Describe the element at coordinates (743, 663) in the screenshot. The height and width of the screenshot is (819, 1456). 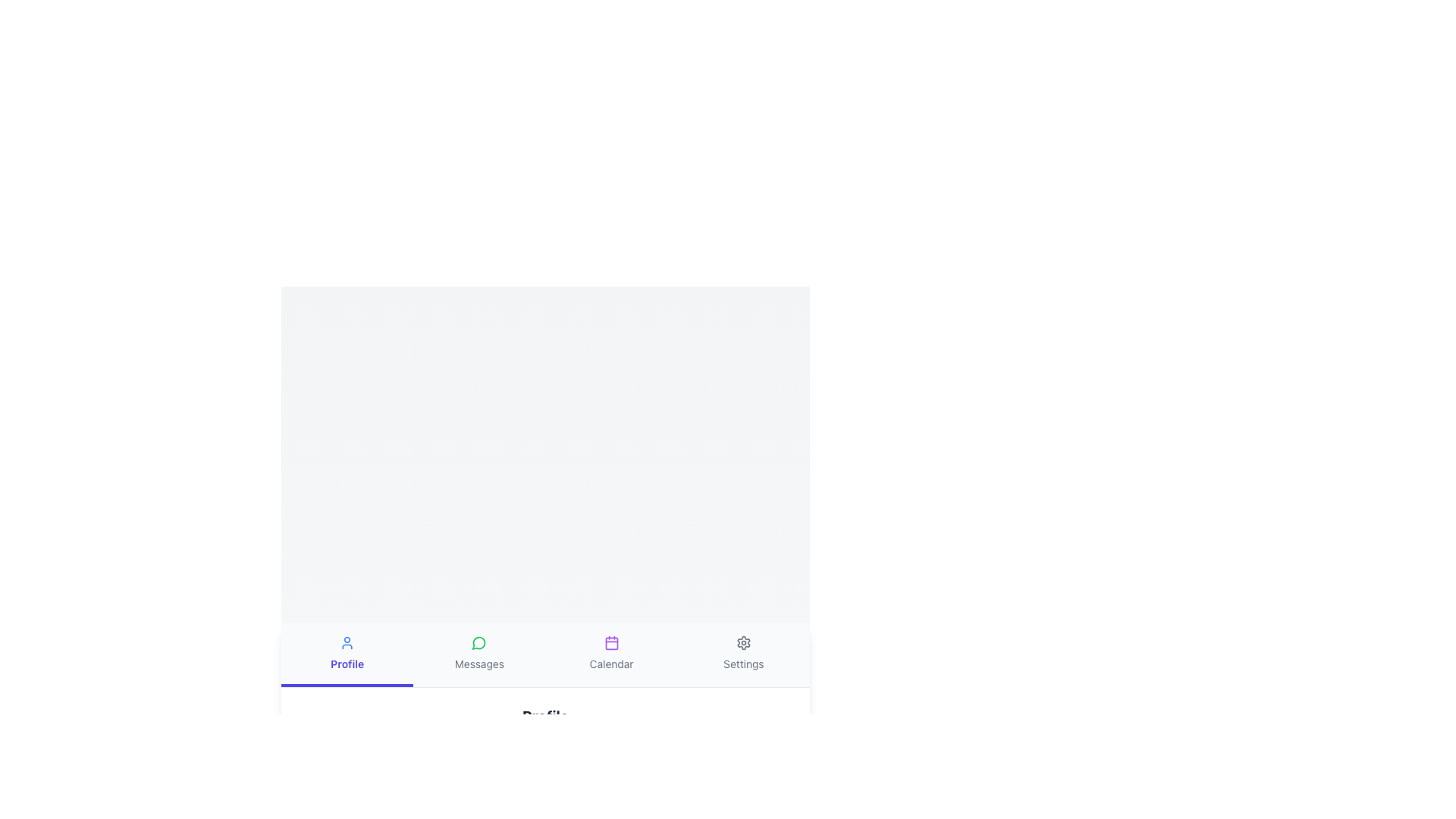
I see `the 'Settings' text label located in the footer navigation bar, positioned below the gear icon` at that location.